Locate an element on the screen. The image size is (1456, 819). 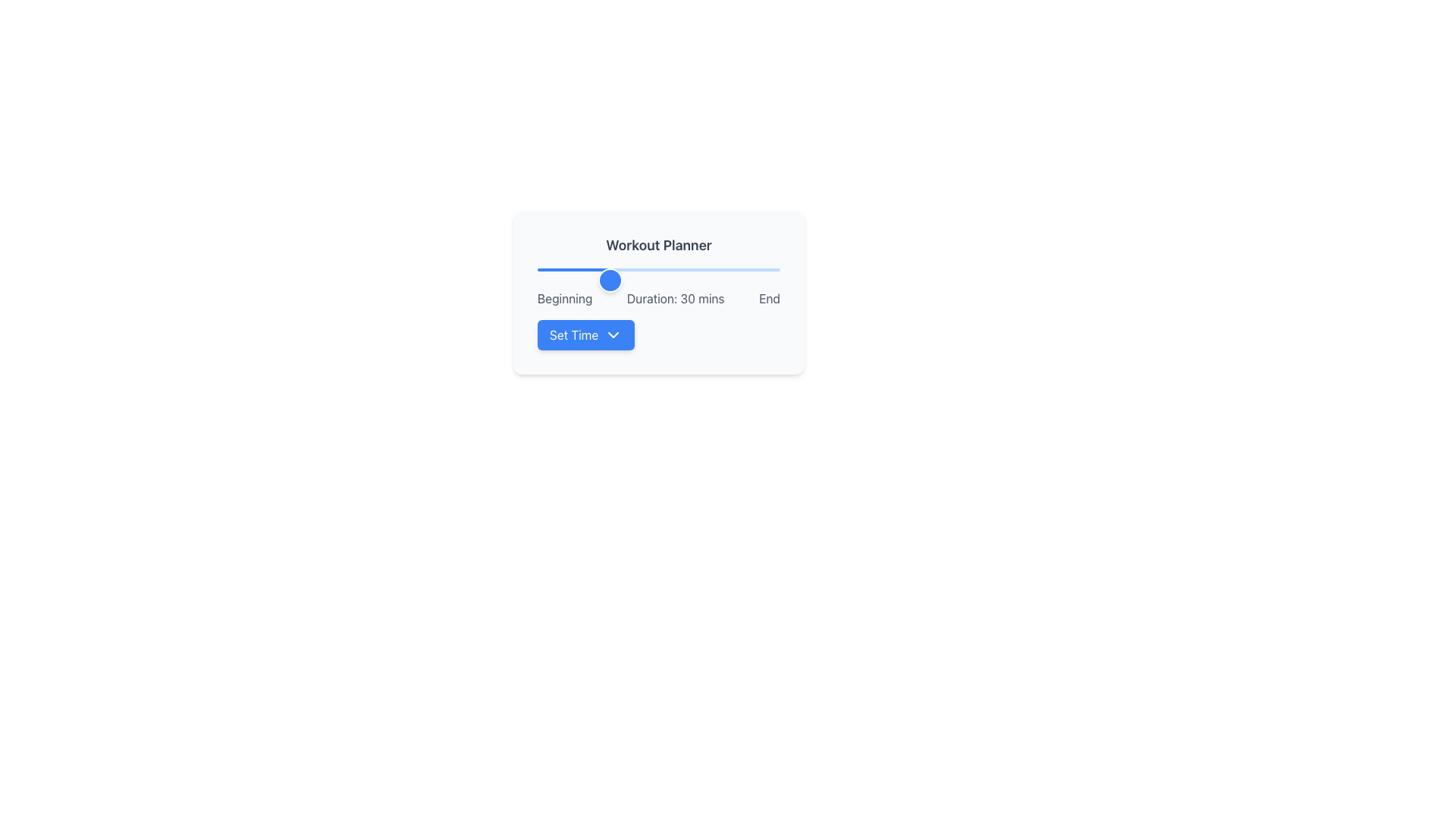
the static textual display that shows the starting point, duration, and end point of the planned activity in the 'Workout Planner' card to possibly reveal additional information is located at coordinates (658, 298).